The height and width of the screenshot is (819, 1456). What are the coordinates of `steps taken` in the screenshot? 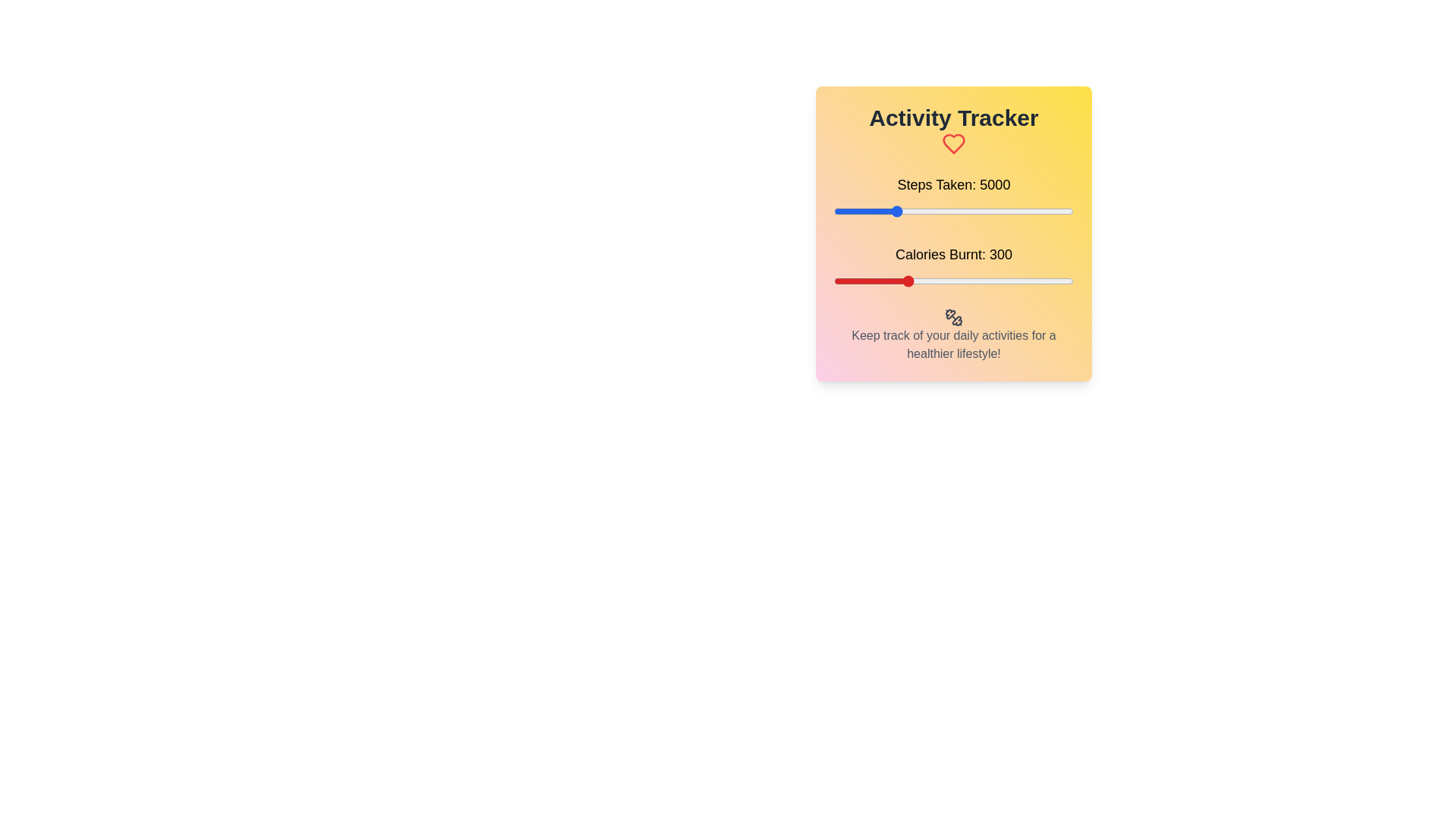 It's located at (1056, 211).